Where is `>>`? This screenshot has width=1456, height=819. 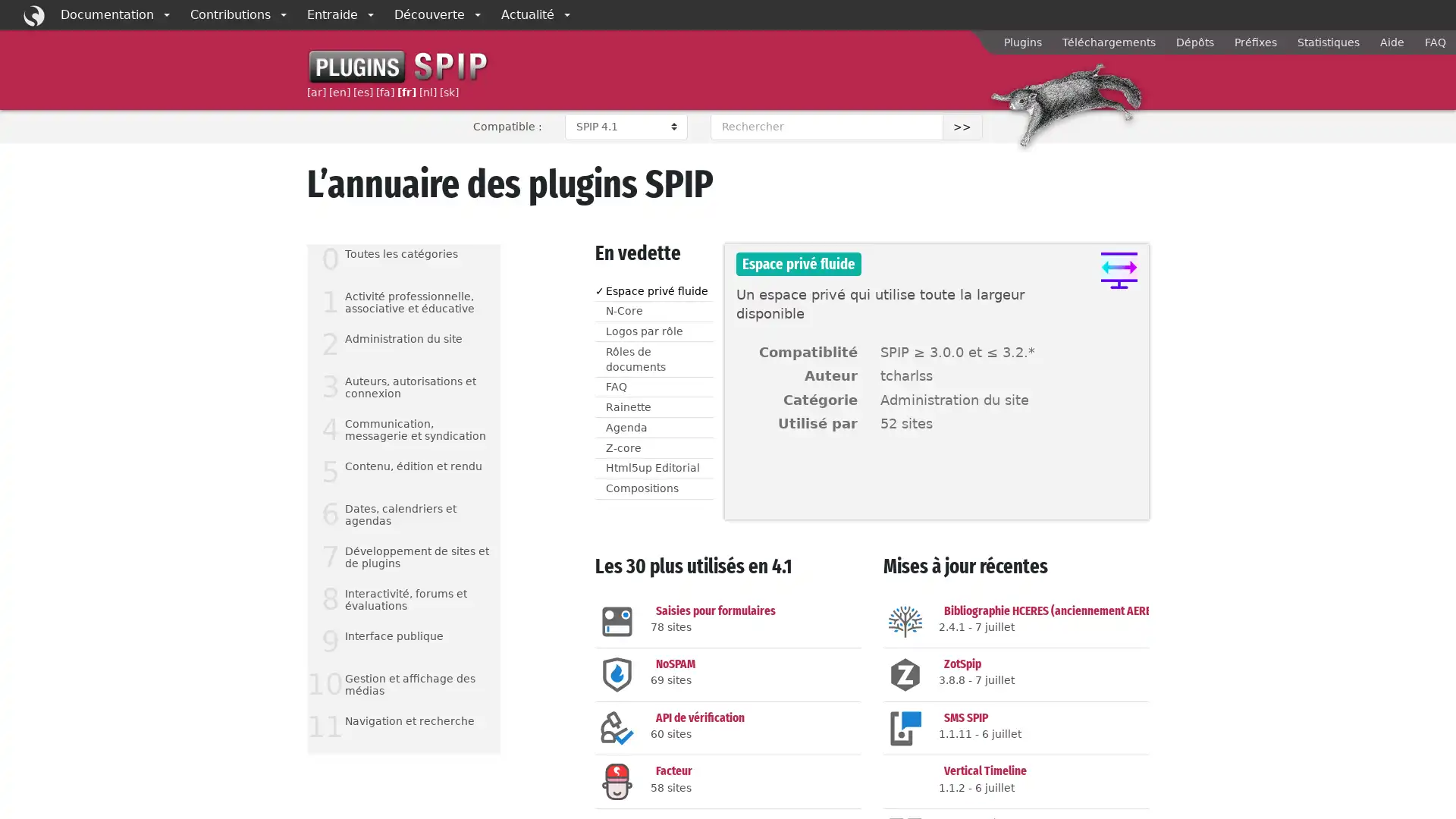 >> is located at coordinates (961, 125).